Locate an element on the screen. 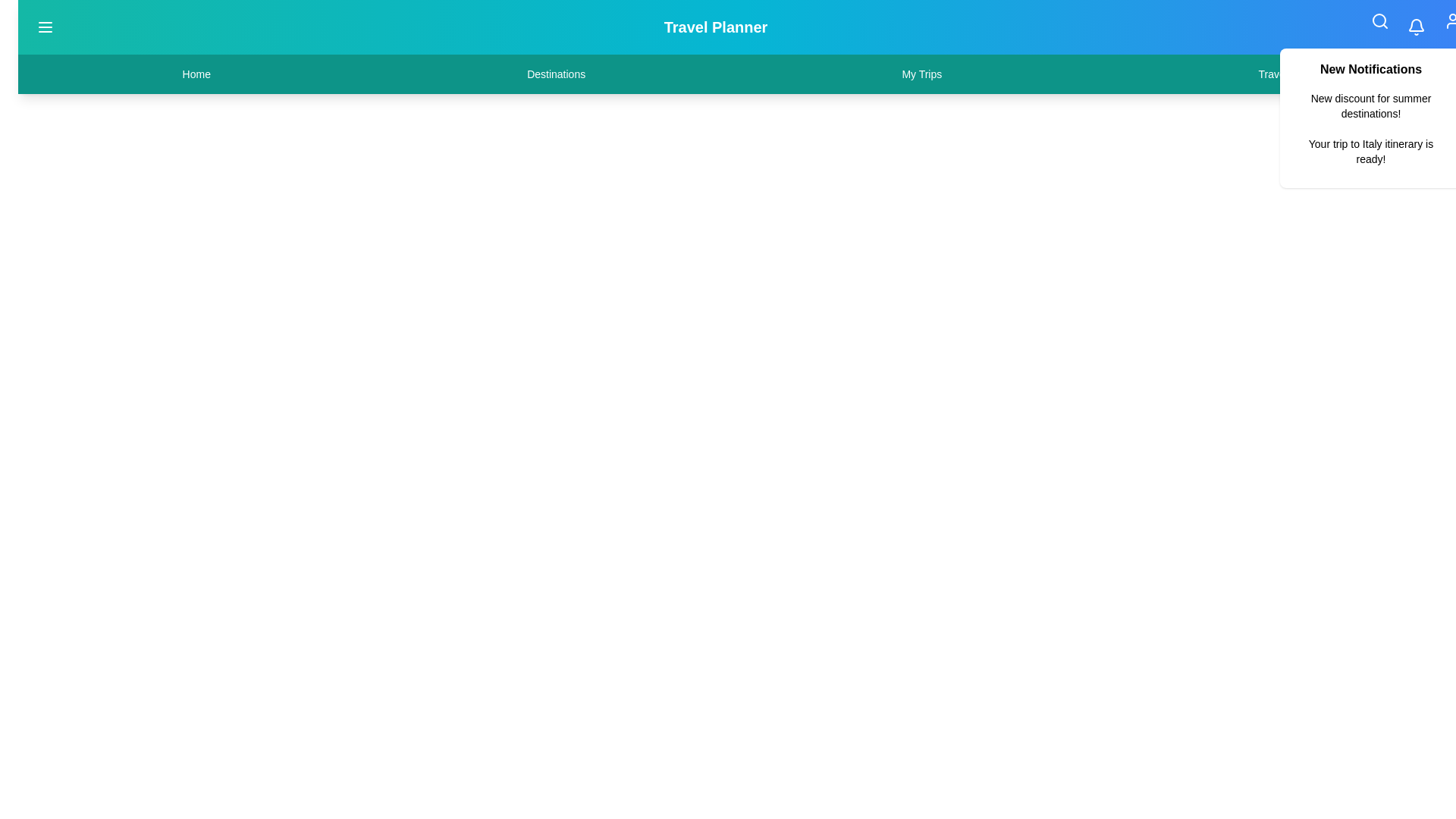 This screenshot has height=819, width=1456. the menu button to toggle the menu visibility is located at coordinates (45, 27).